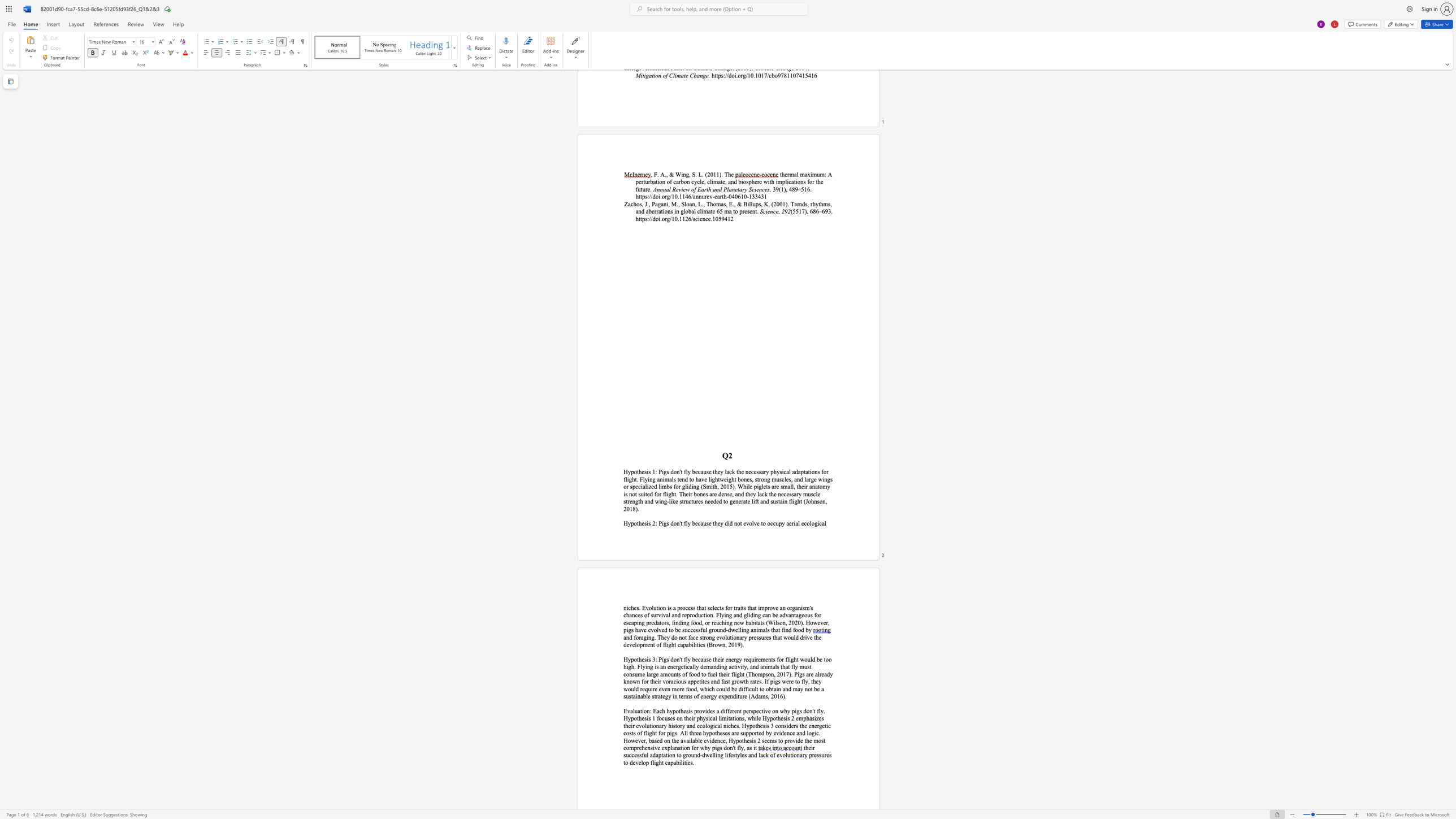 The image size is (1456, 819). I want to click on the subset text "animals tend to have lightweight bones, strong muscles, and large wings or specialized limbs for gliding (Smith, 2015). While piglets are small, their anatomy is not suited for flight. Their bones" within the text "flight. Flying animals tend to have lightweight bones, strong muscles, and large wings or specialized limbs for gliding (Smith, 2015). While piglets are small, their anatomy is not suited for flight. Their bones are dense, and they lack the necessary muscl", so click(656, 479).